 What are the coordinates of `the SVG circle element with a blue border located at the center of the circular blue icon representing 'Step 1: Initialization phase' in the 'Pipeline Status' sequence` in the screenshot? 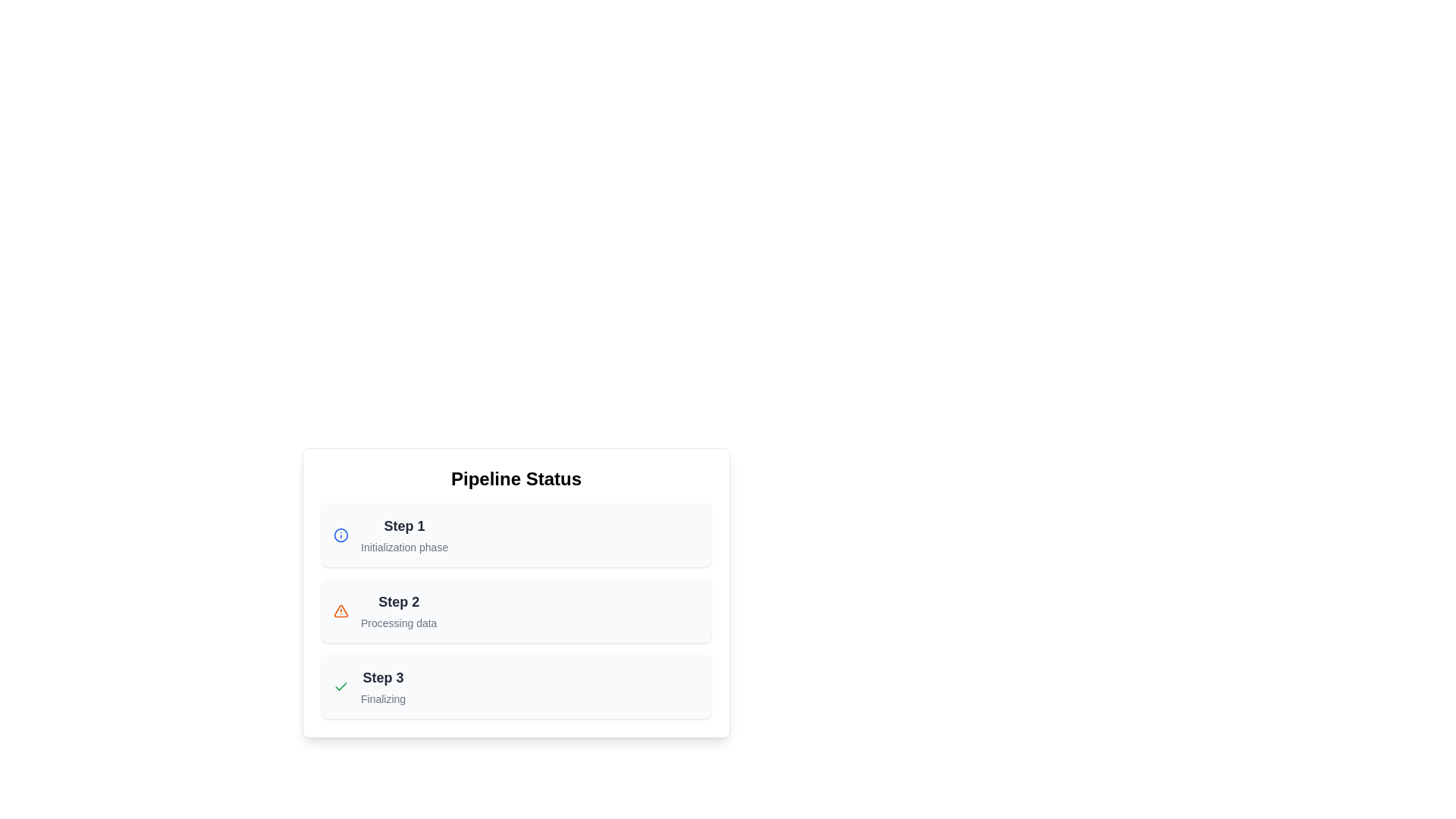 It's located at (340, 534).